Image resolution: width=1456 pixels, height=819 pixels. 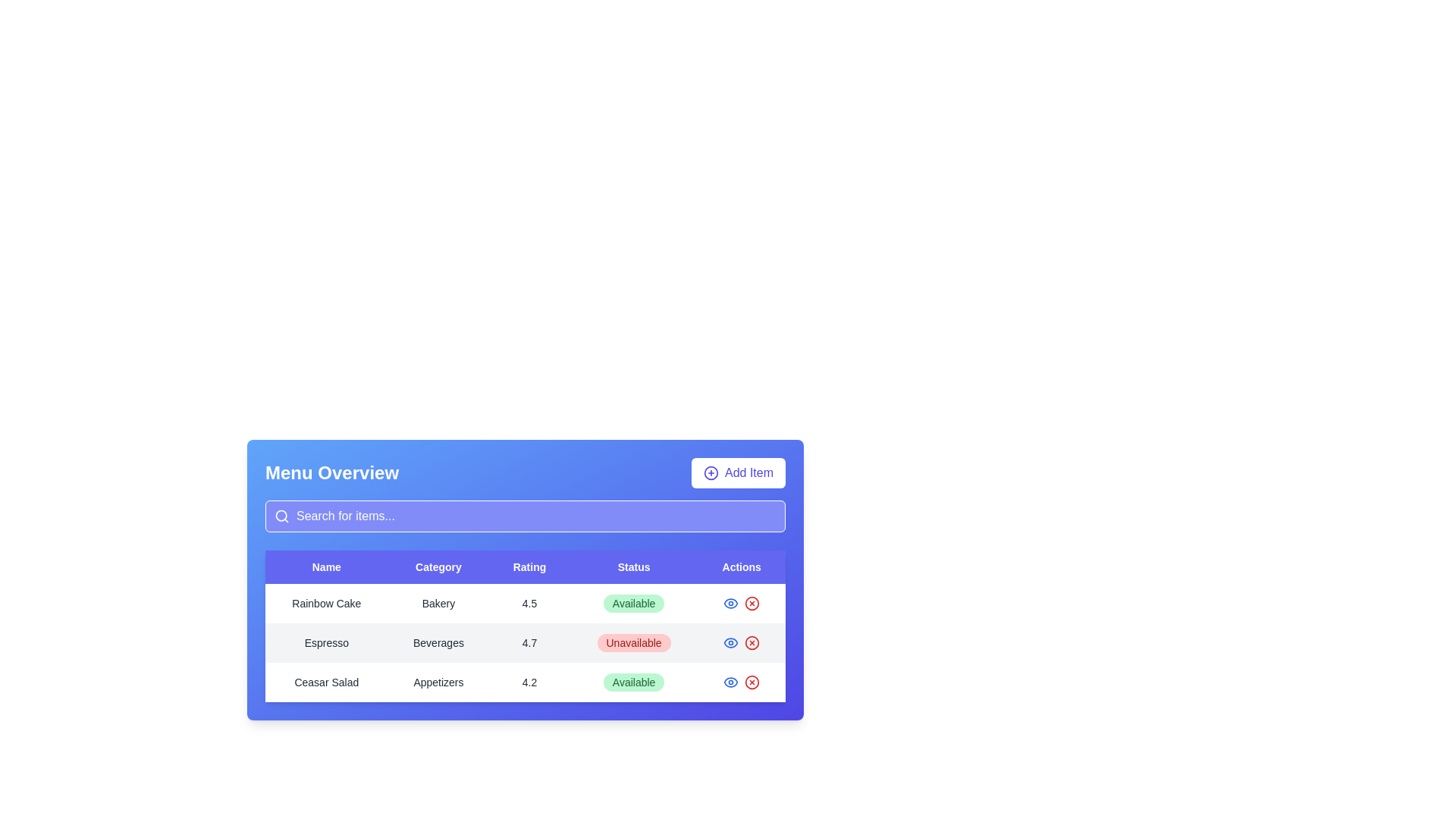 What do you see at coordinates (438, 643) in the screenshot?
I see `the table cell displaying 'Beverages'` at bounding box center [438, 643].